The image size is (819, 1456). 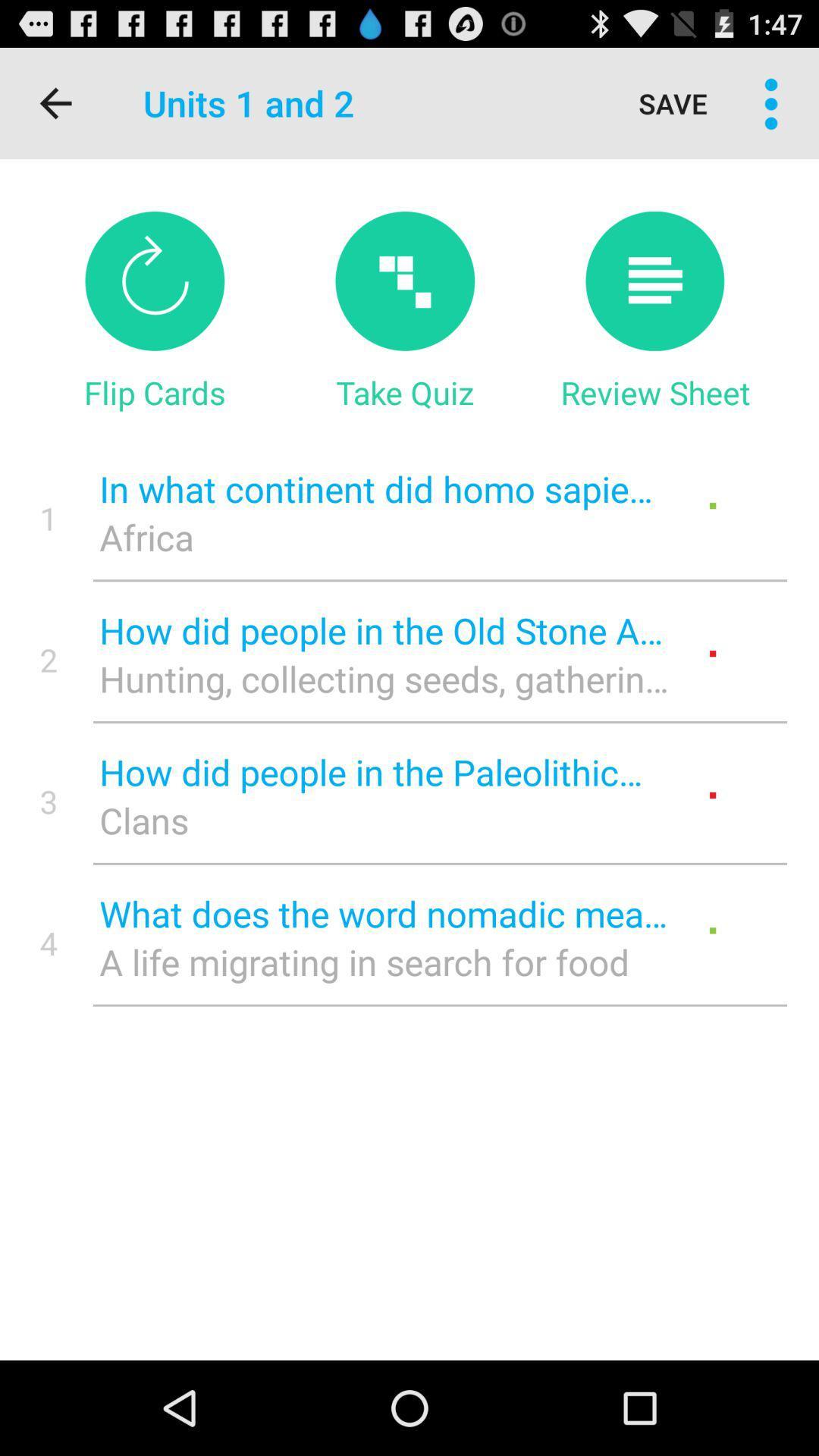 I want to click on the clans, so click(x=383, y=819).